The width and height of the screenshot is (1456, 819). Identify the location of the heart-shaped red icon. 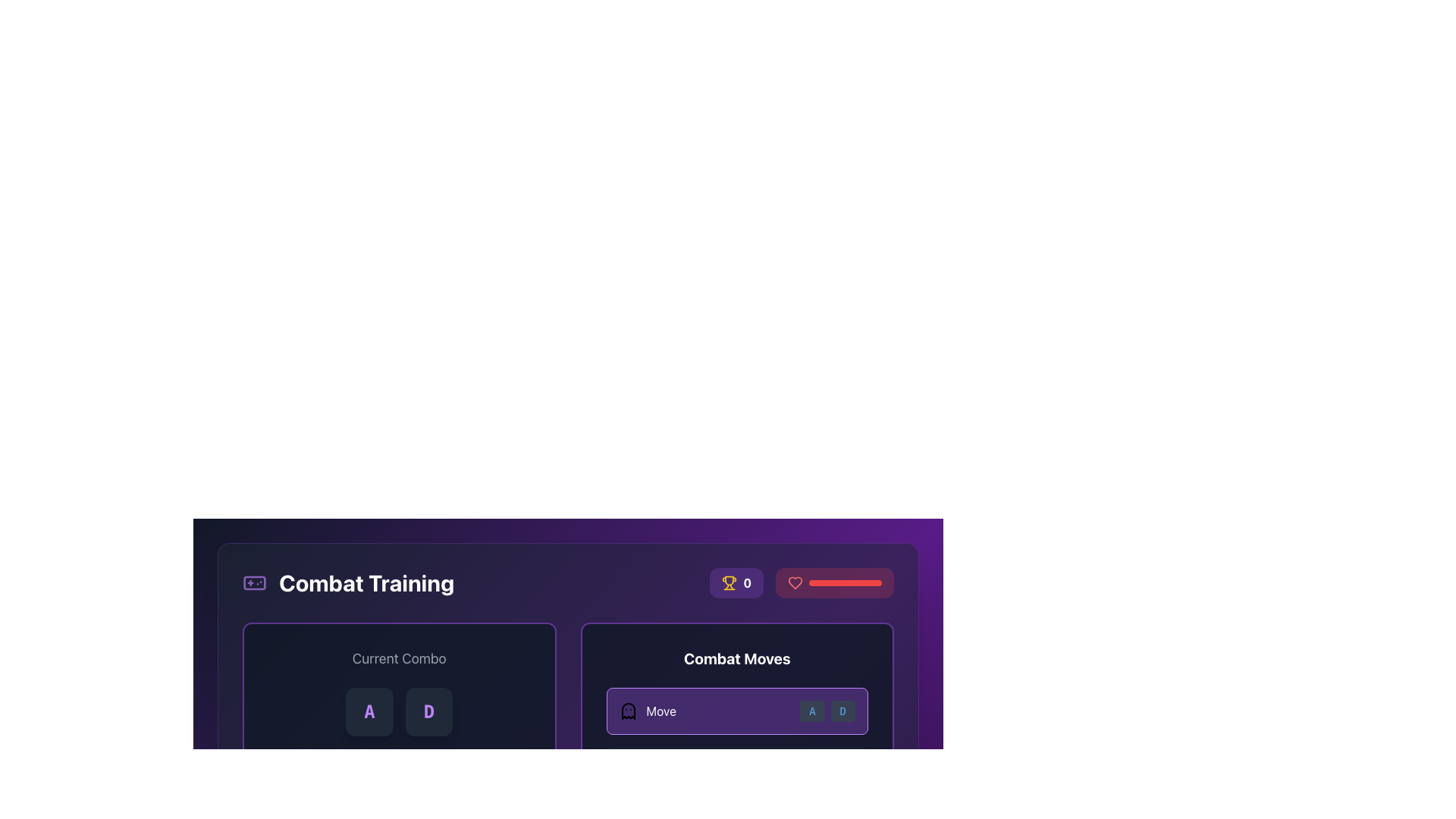
(795, 582).